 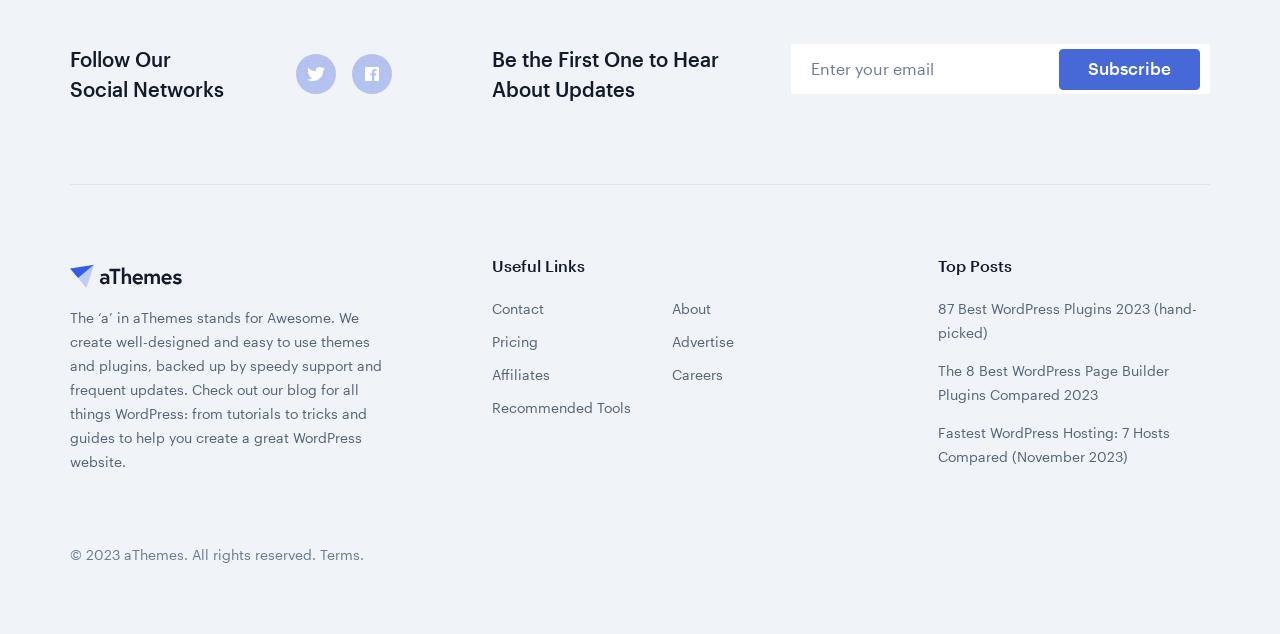 I want to click on 'The 8 Best WordPress Page Builder Plugins Compared 2023', so click(x=935, y=131).